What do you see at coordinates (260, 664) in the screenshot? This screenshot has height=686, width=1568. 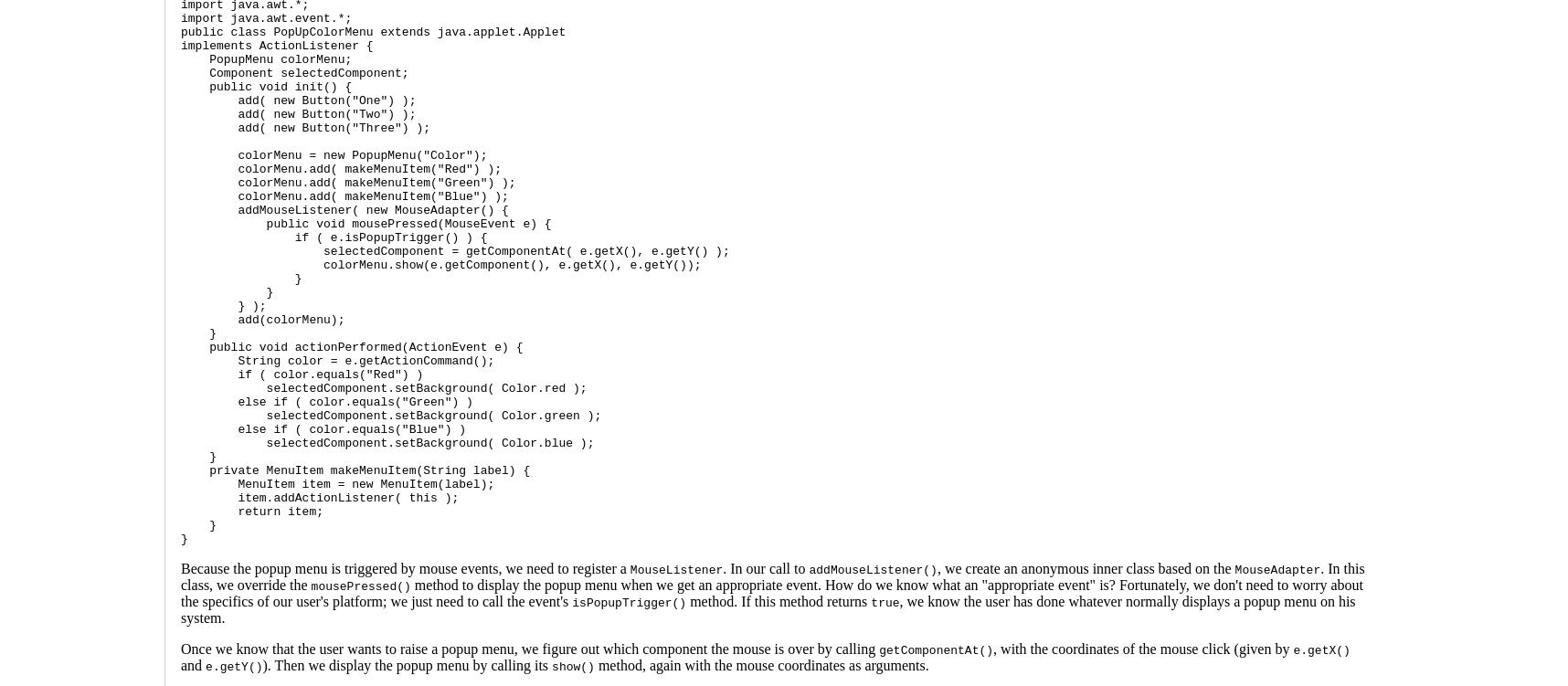 I see `'). Then we display the popup menu
by calling its'` at bounding box center [260, 664].